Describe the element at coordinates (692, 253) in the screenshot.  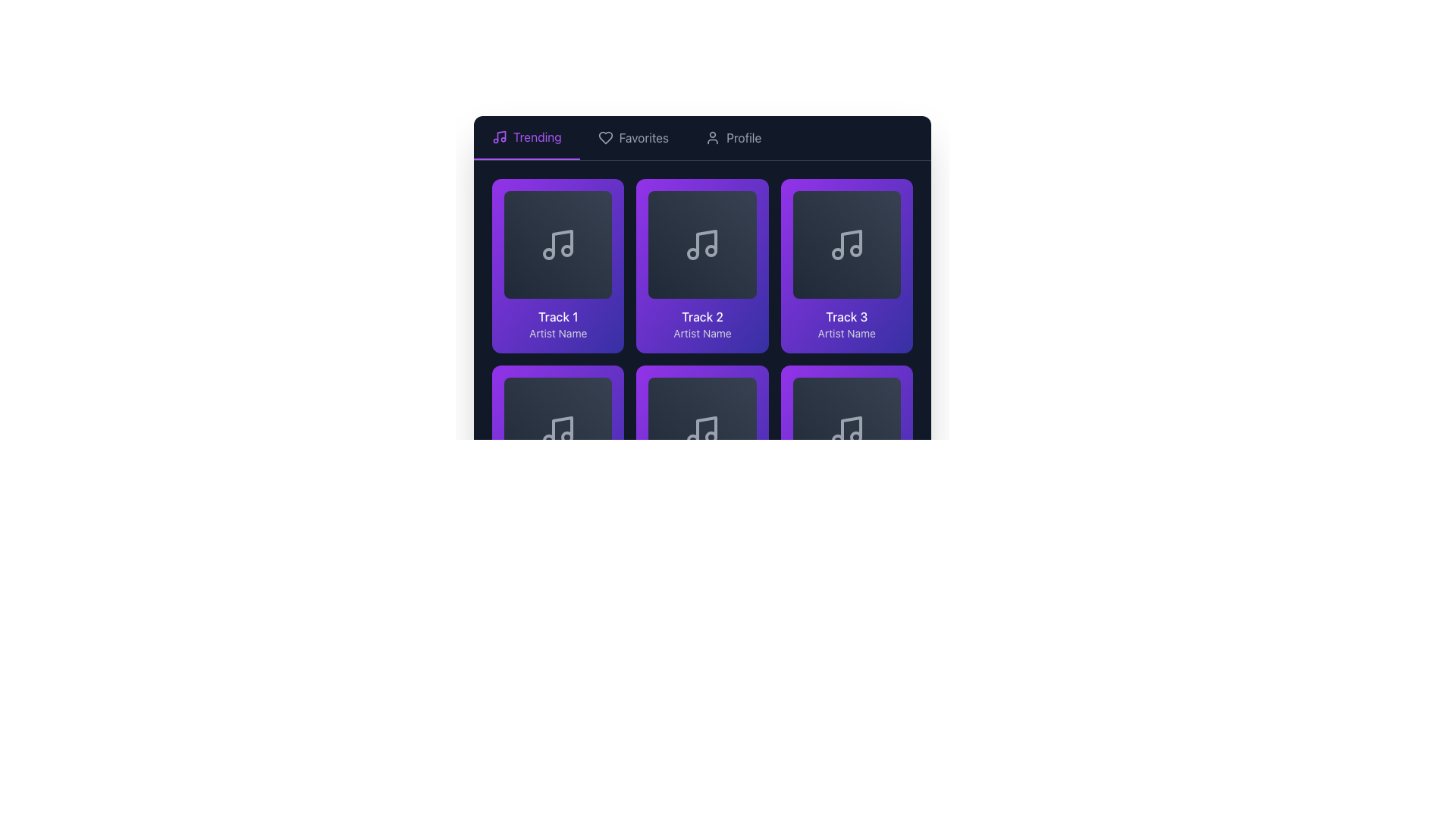
I see `the small circular shape within the music icon on the card labeled 'Track 2', which is positioned in the top row of the grid layout` at that location.